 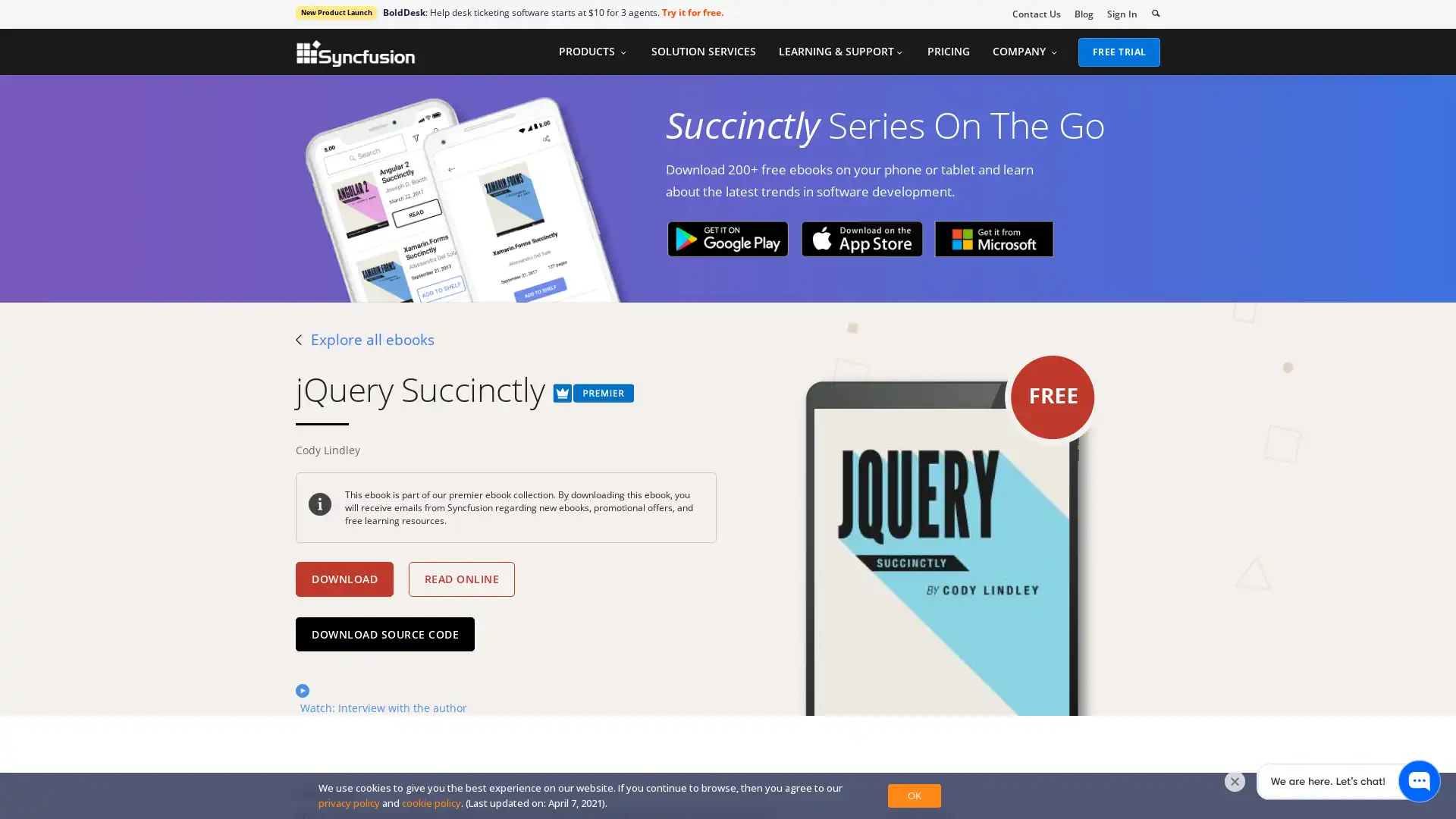 I want to click on READ ONLINE, so click(x=460, y=579).